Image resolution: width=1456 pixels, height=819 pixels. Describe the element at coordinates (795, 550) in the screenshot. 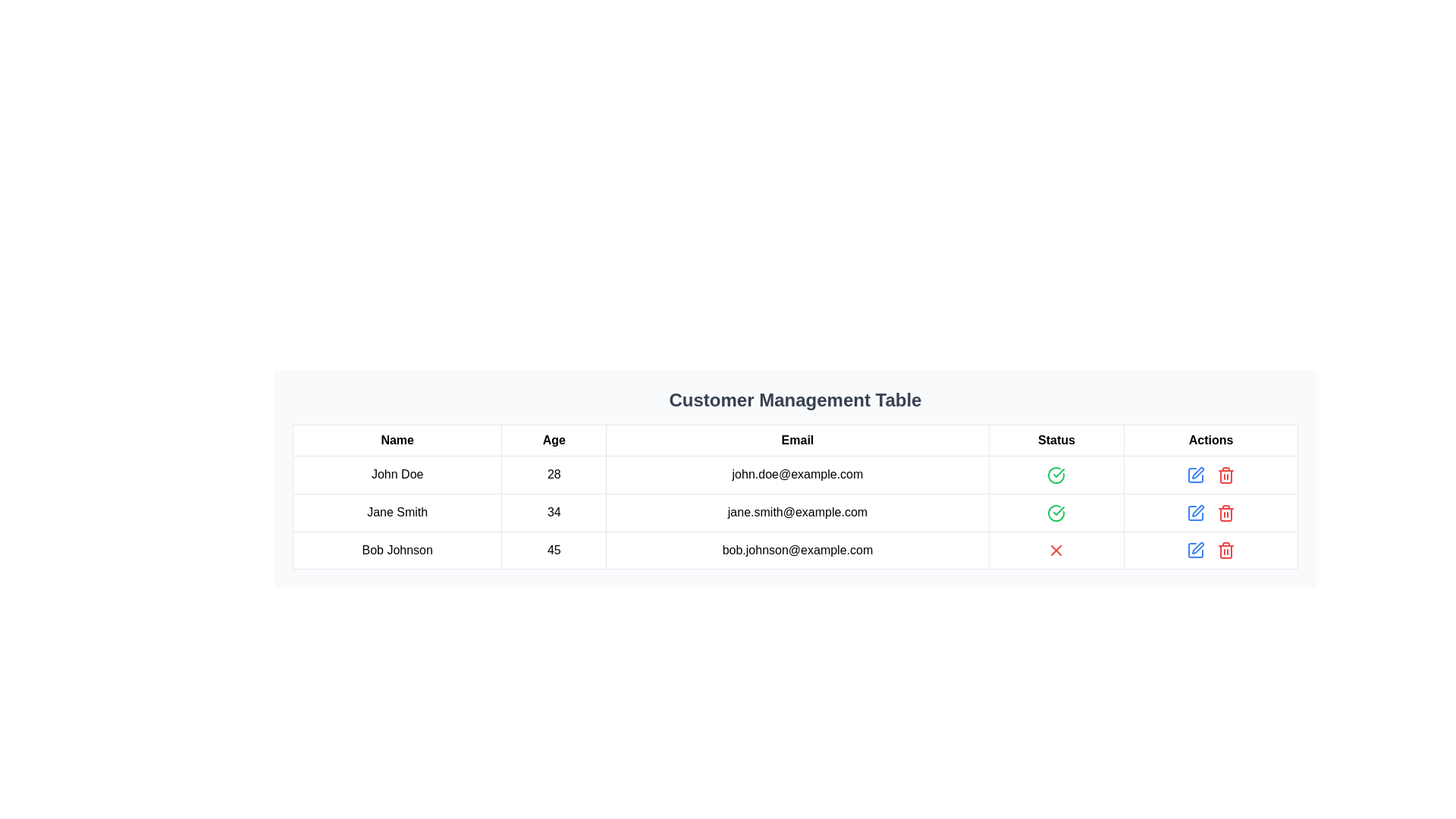

I see `the email address in the third customer record row to copy or interact with it` at that location.